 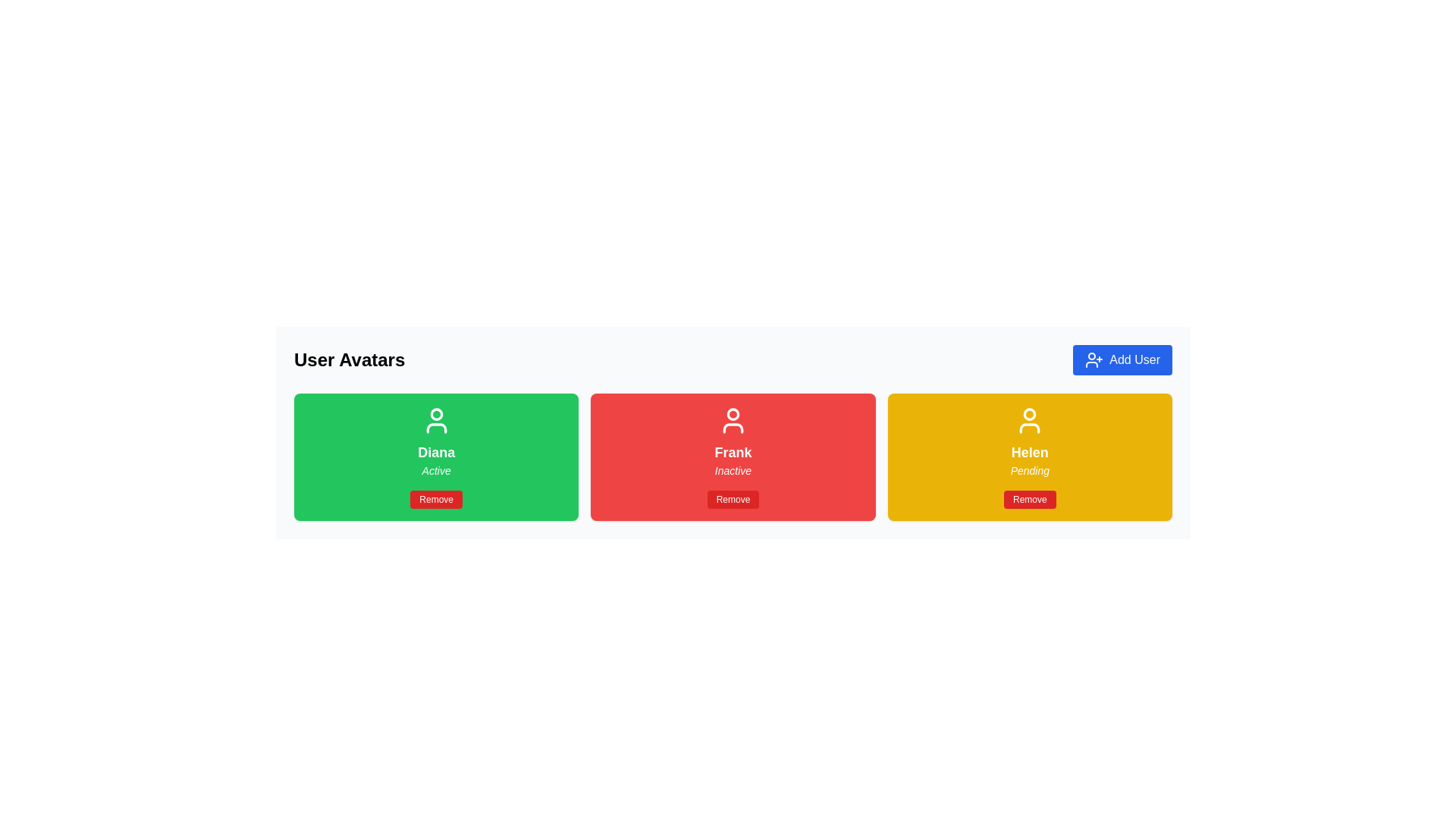 I want to click on the 'Add User' button, so click(x=1122, y=359).